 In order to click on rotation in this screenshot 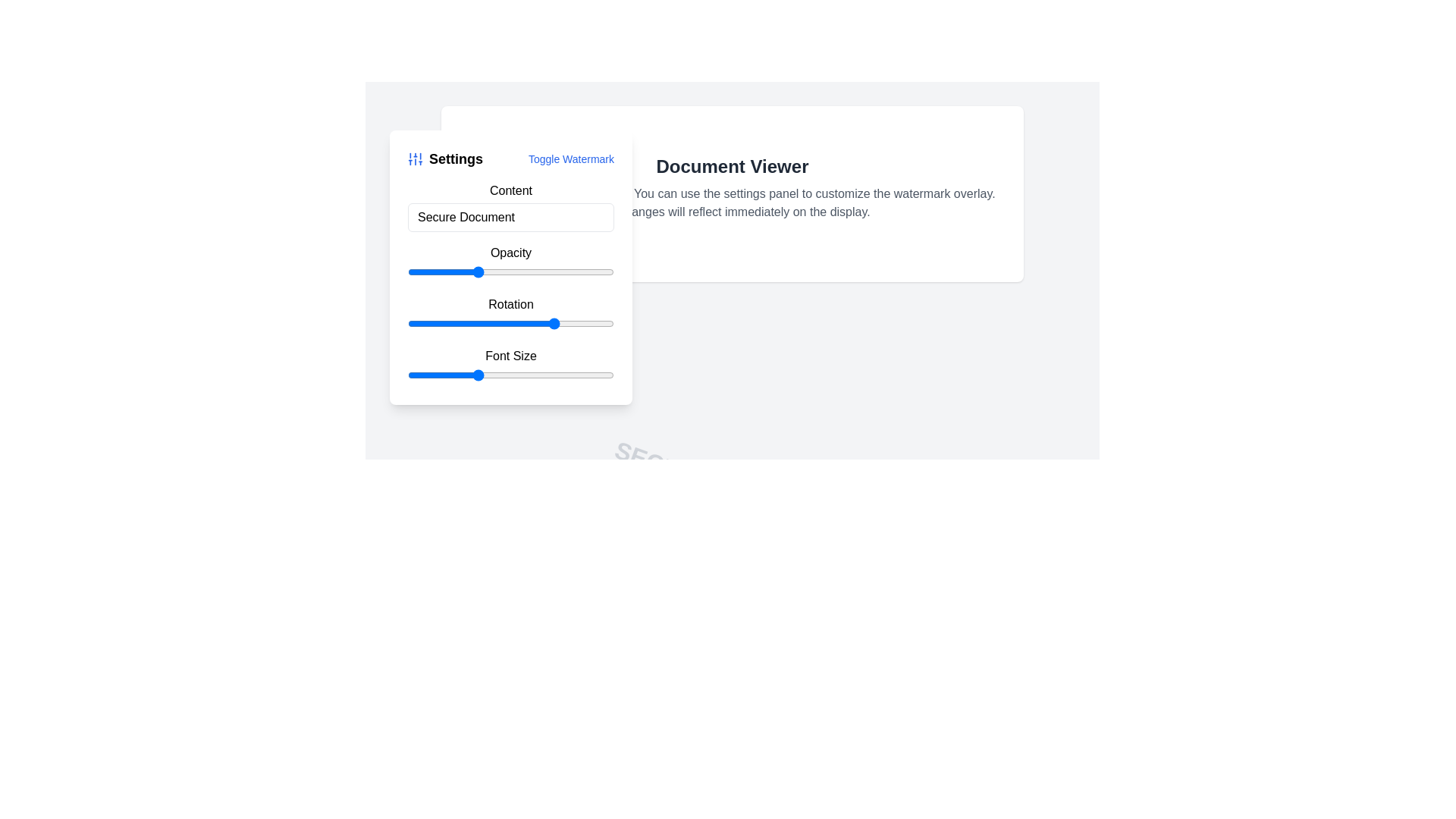, I will do `click(492, 323)`.